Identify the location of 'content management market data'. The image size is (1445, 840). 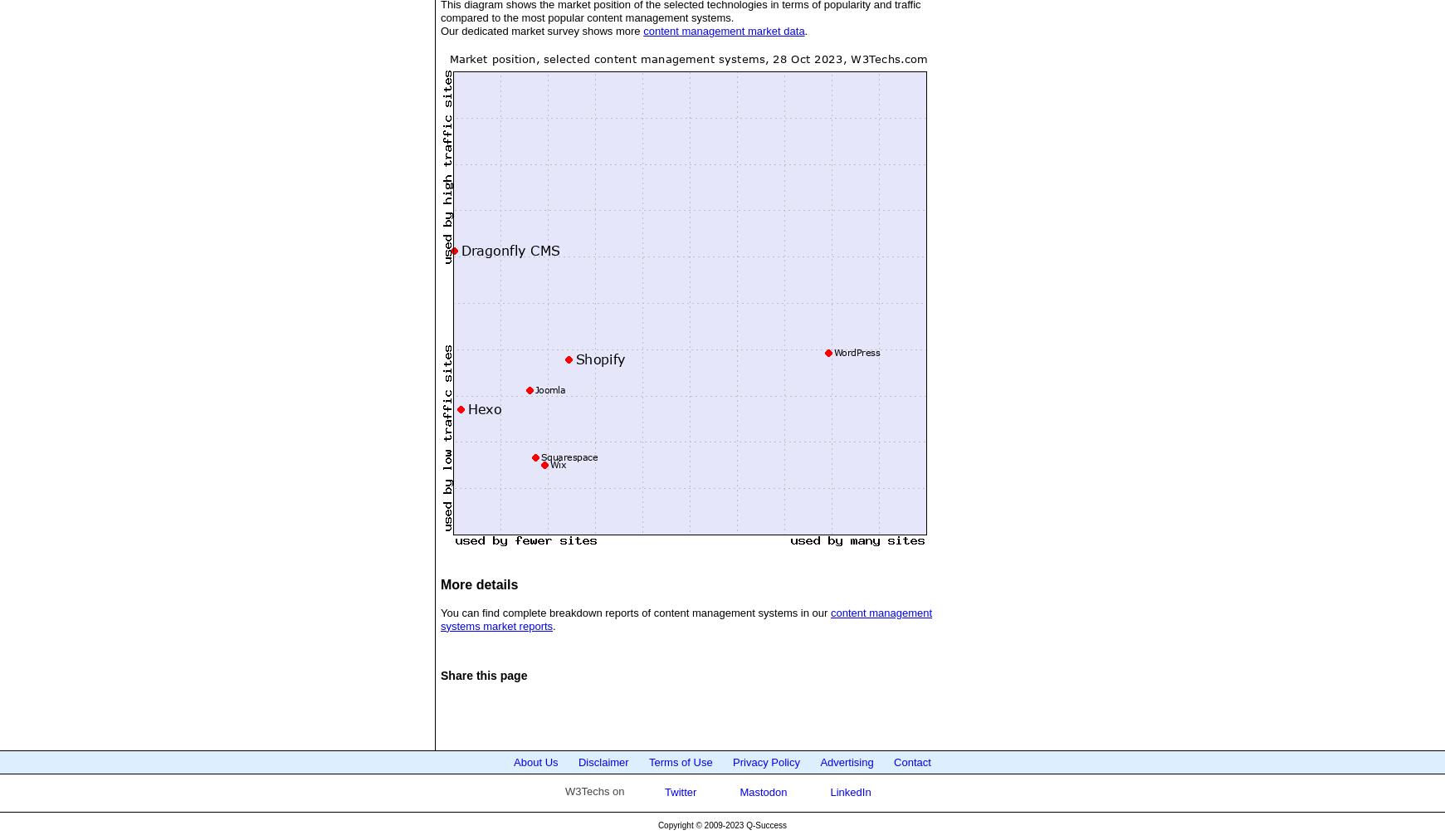
(724, 29).